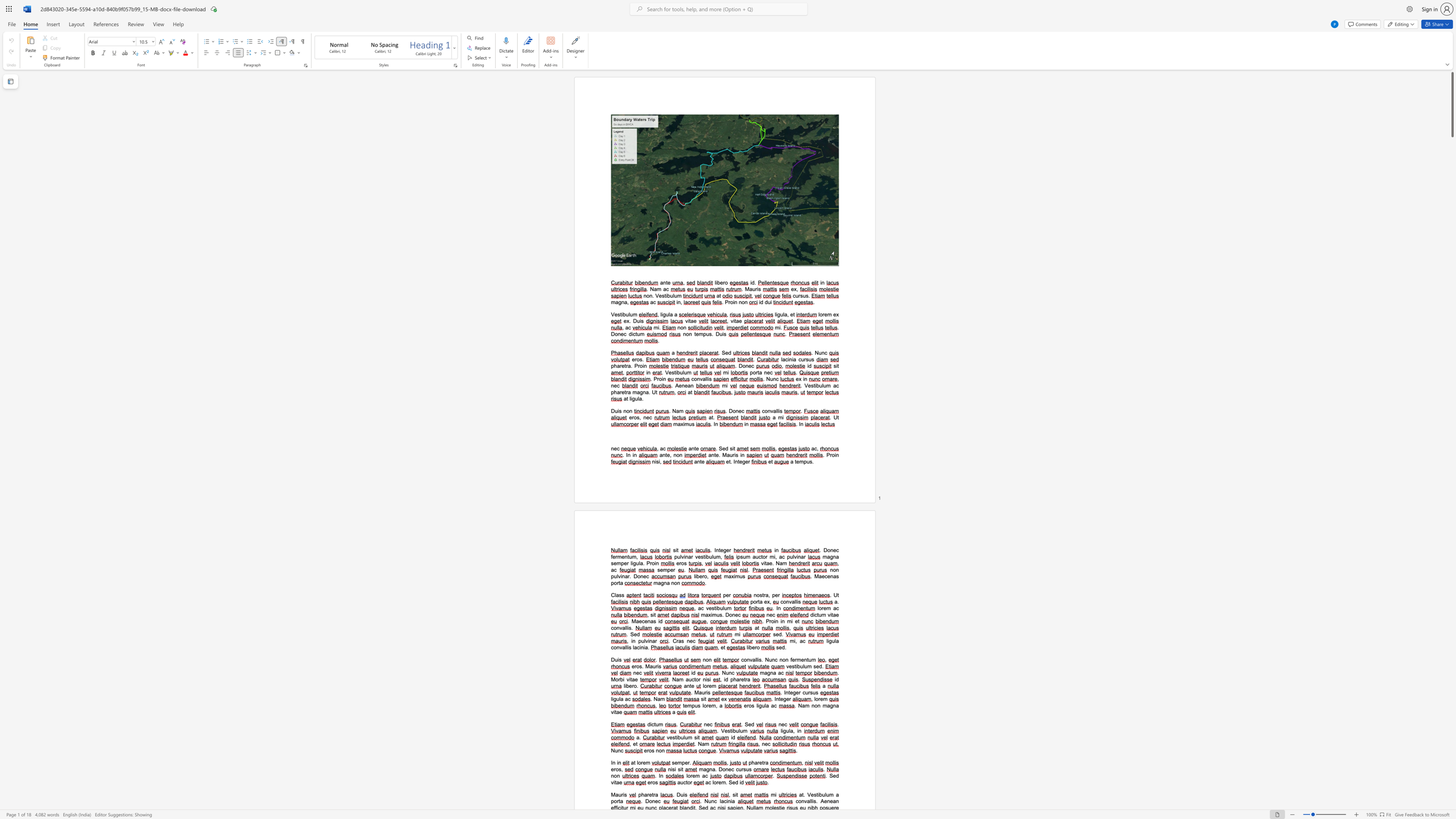 This screenshot has height=819, width=1456. What do you see at coordinates (760, 660) in the screenshot?
I see `the space between the continuous character "s" and "." in the text` at bounding box center [760, 660].